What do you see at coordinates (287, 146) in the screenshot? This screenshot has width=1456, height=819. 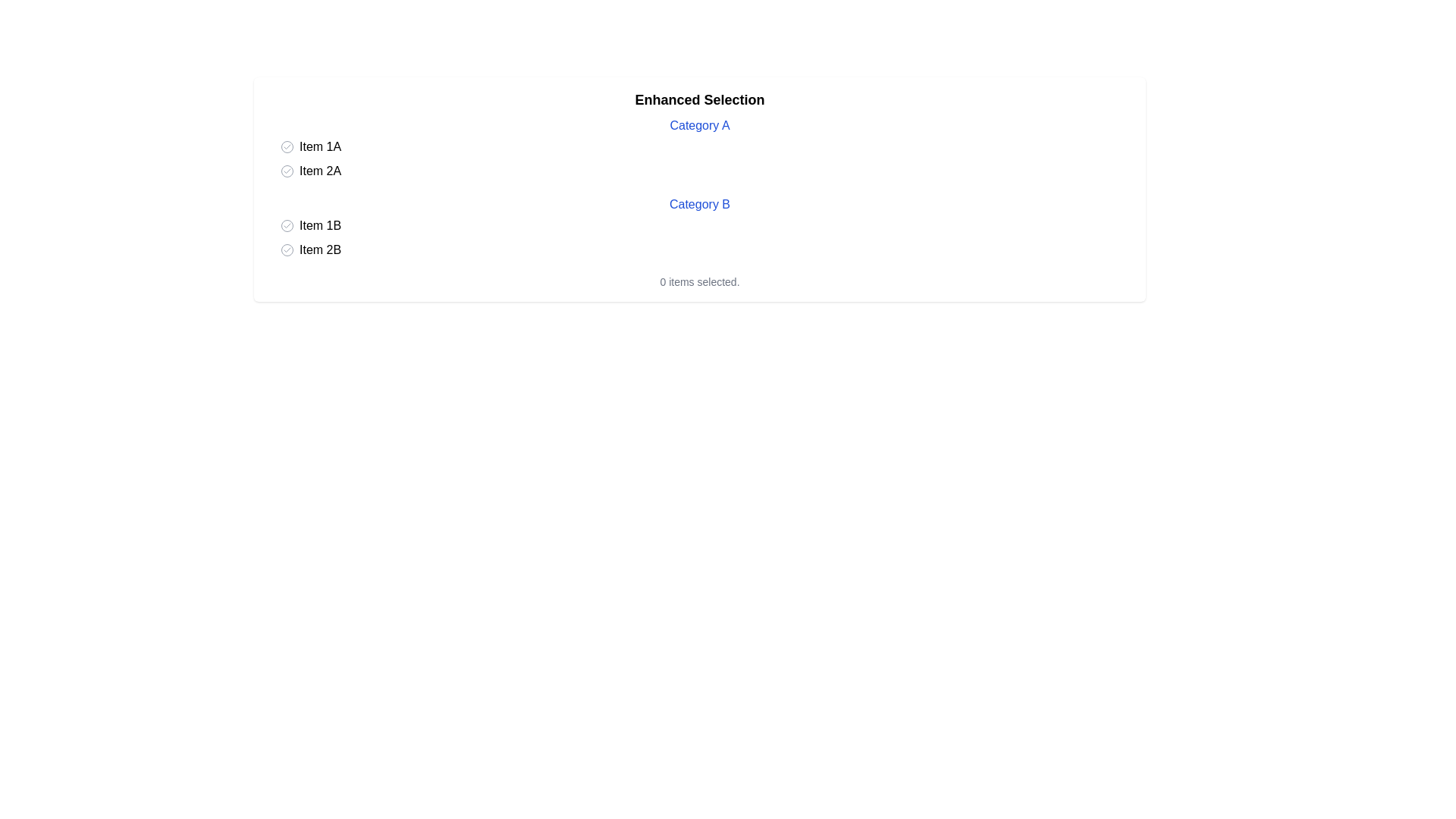 I see `the SVG Icon (Checkmark) indicating that 'Item 1A' is currently unchecked or inactive, which is positioned to the left of the text in Category A's first item` at bounding box center [287, 146].